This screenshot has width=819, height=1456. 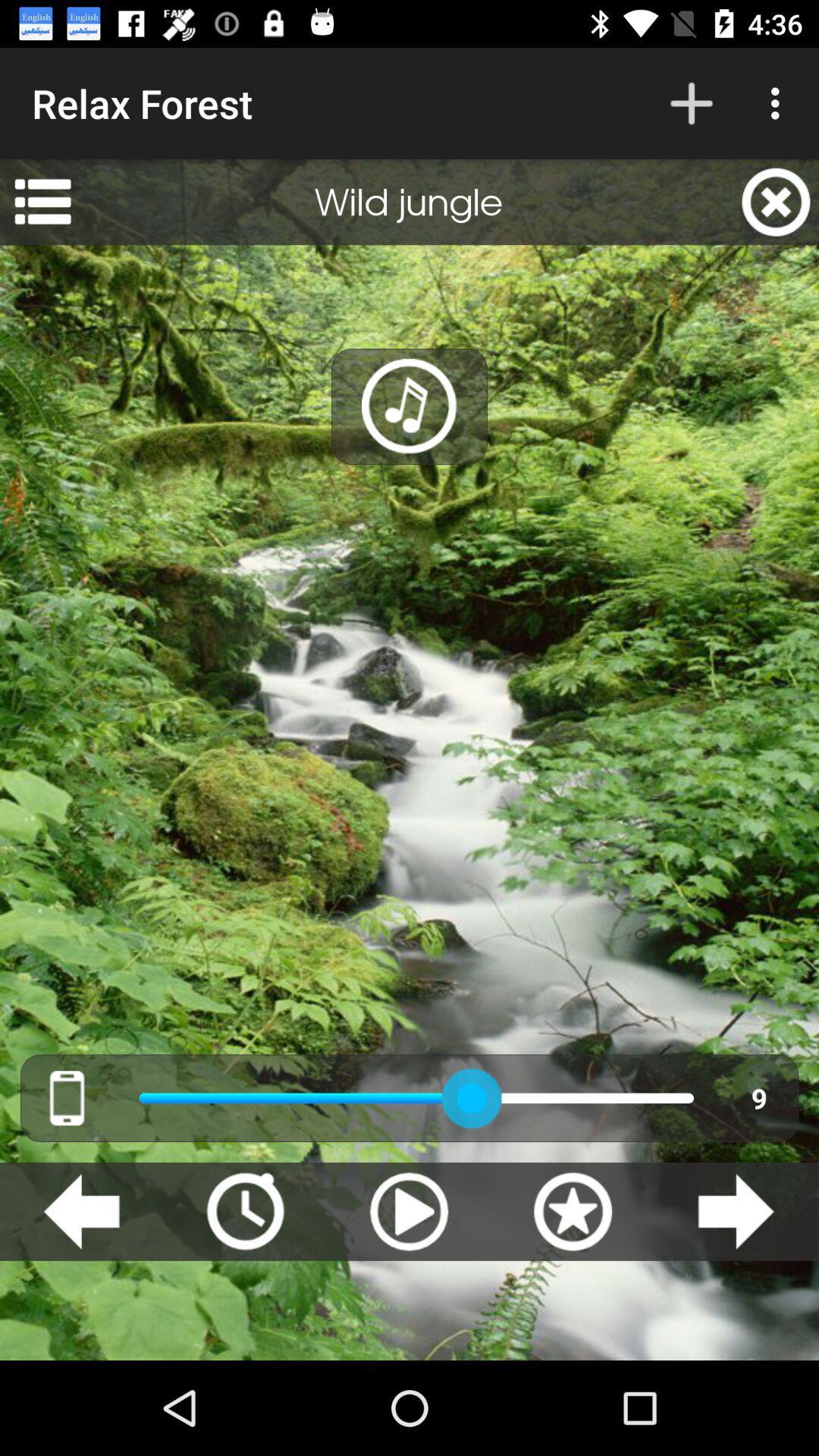 I want to click on the close icon, so click(x=776, y=201).